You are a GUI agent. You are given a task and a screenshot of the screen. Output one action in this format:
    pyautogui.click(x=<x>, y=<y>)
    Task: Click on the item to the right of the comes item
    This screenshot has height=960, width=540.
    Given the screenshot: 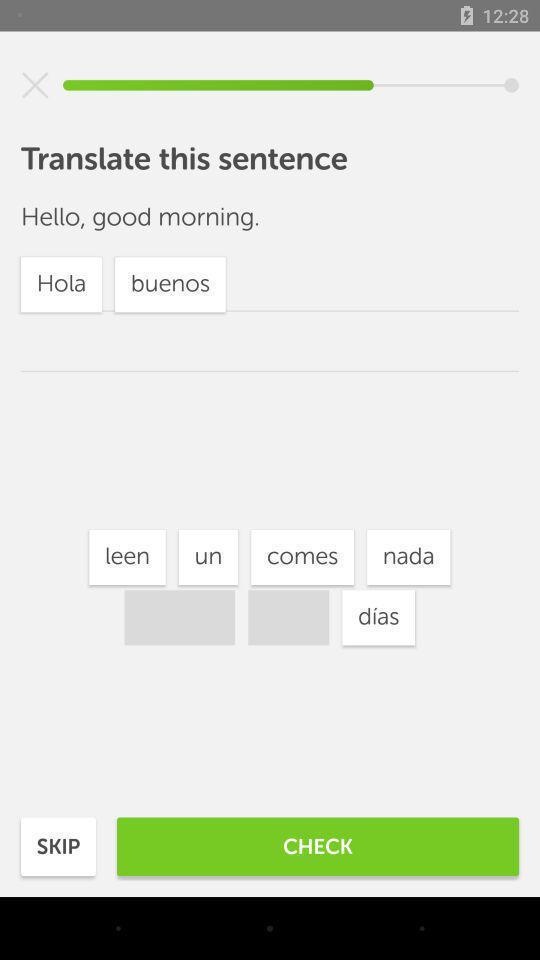 What is the action you would take?
    pyautogui.click(x=407, y=557)
    